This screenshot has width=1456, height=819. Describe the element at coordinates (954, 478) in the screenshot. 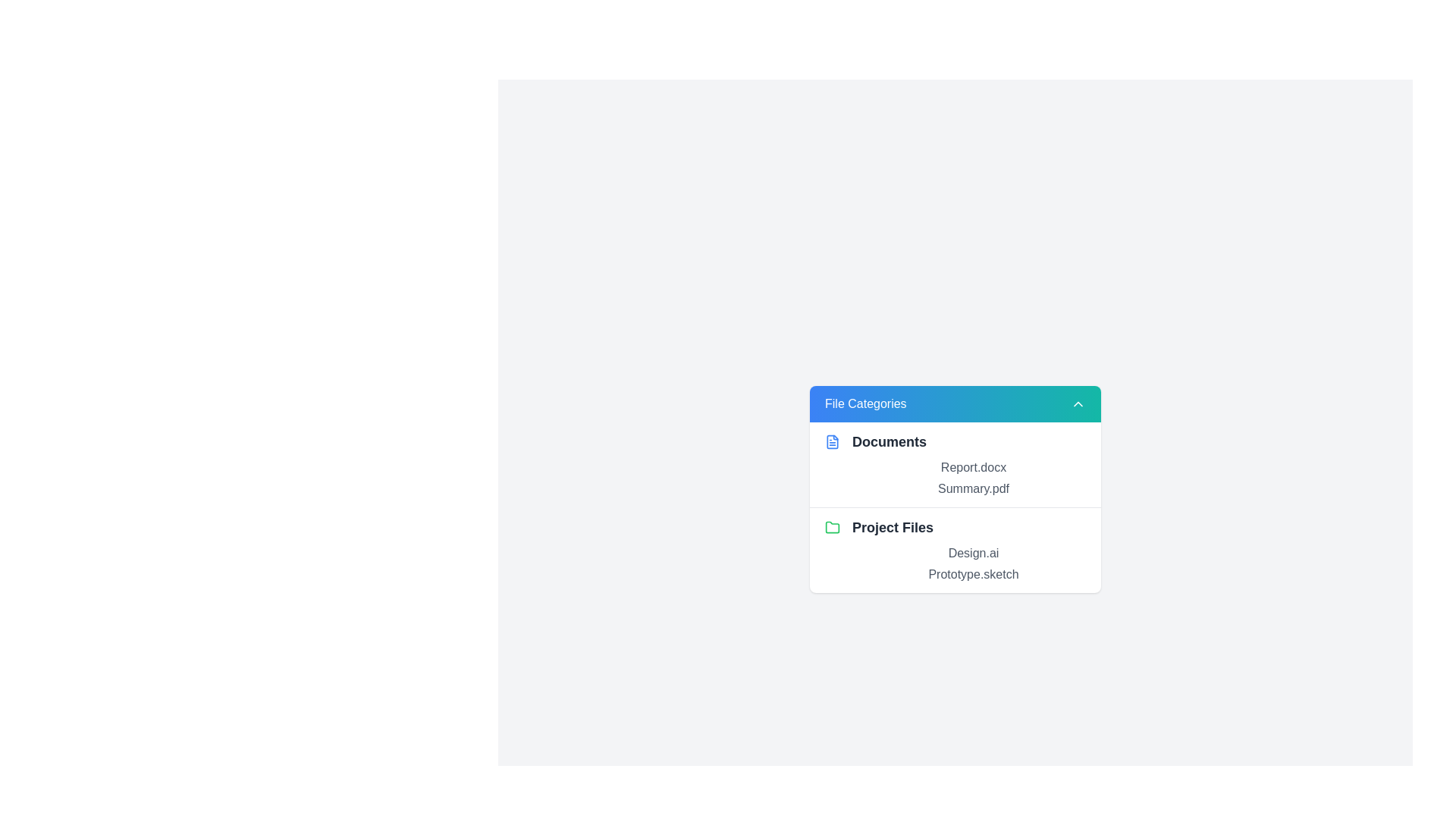

I see `the 'Report.docx' label in the List of file links, which is located in the 'Documents' section of the 'File Categories' panel` at that location.